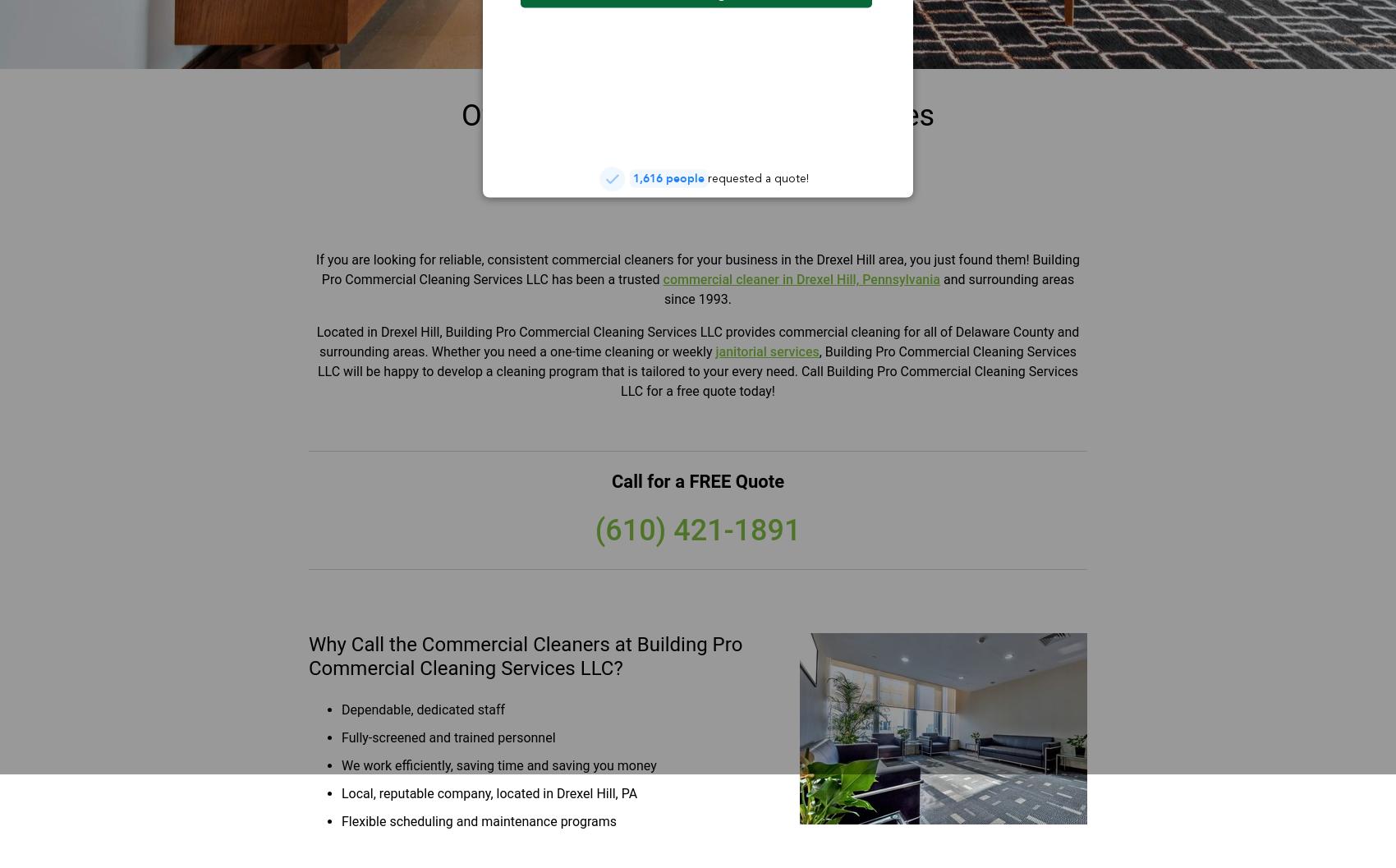  What do you see at coordinates (696, 480) in the screenshot?
I see `'Call for a FREE Quote'` at bounding box center [696, 480].